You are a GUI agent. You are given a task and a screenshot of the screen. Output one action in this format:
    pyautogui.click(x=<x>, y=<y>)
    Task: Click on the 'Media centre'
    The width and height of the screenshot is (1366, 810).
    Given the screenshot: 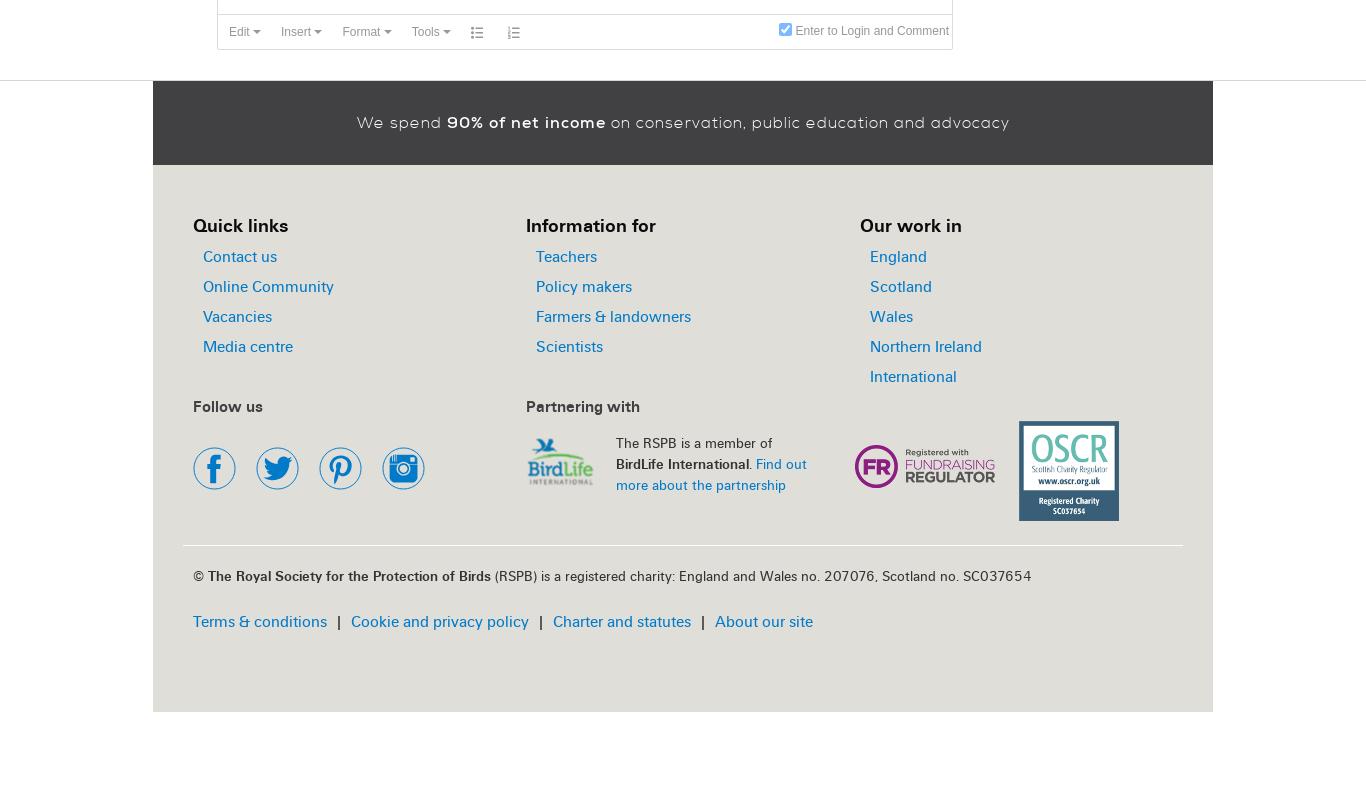 What is the action you would take?
    pyautogui.click(x=201, y=345)
    